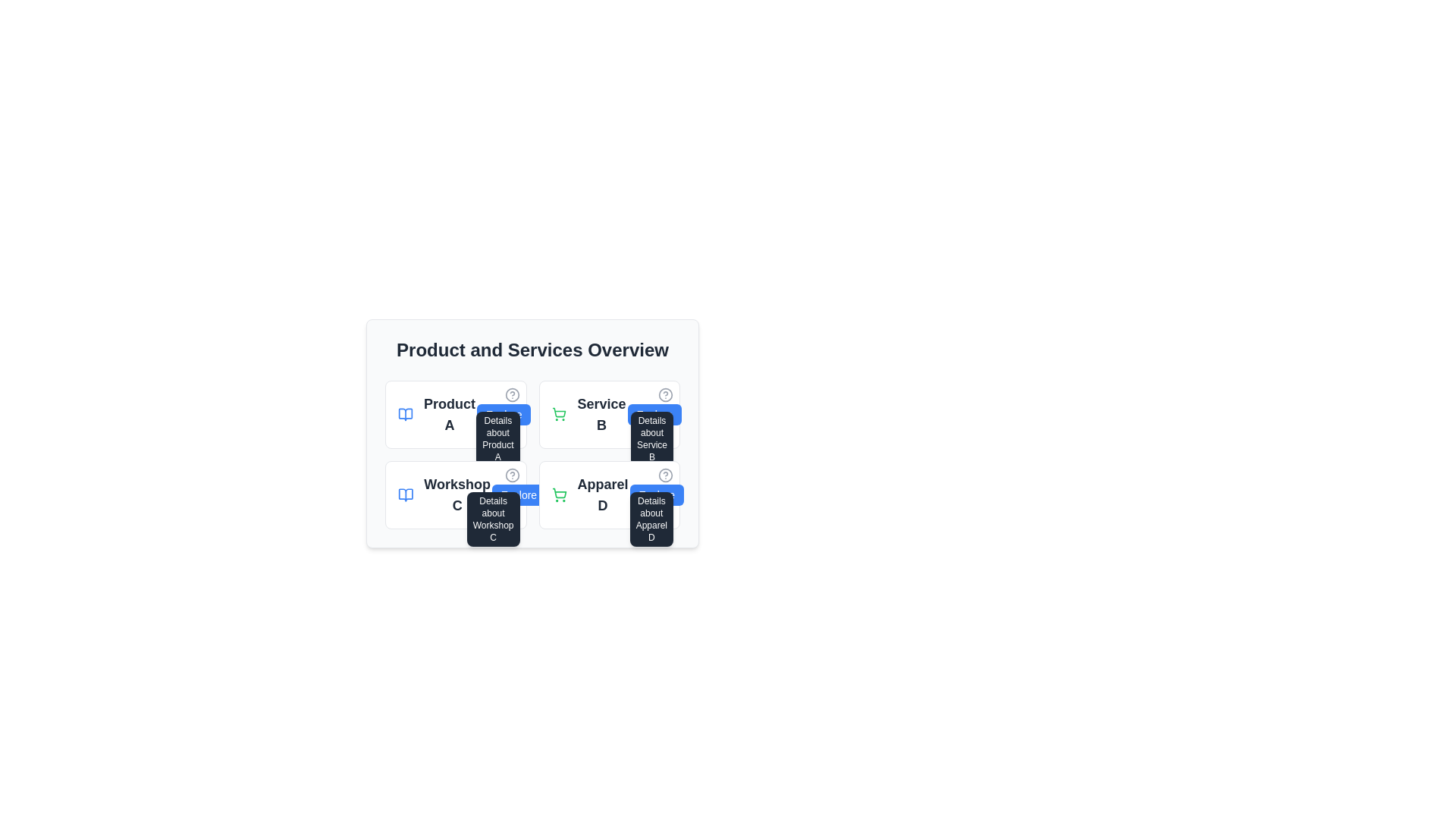 The width and height of the screenshot is (1456, 819). What do you see at coordinates (455, 415) in the screenshot?
I see `the accompanying icon of the product labeled 'Product A' located in the top-left corner of the grid in the 'Product and Services Overview' section` at bounding box center [455, 415].